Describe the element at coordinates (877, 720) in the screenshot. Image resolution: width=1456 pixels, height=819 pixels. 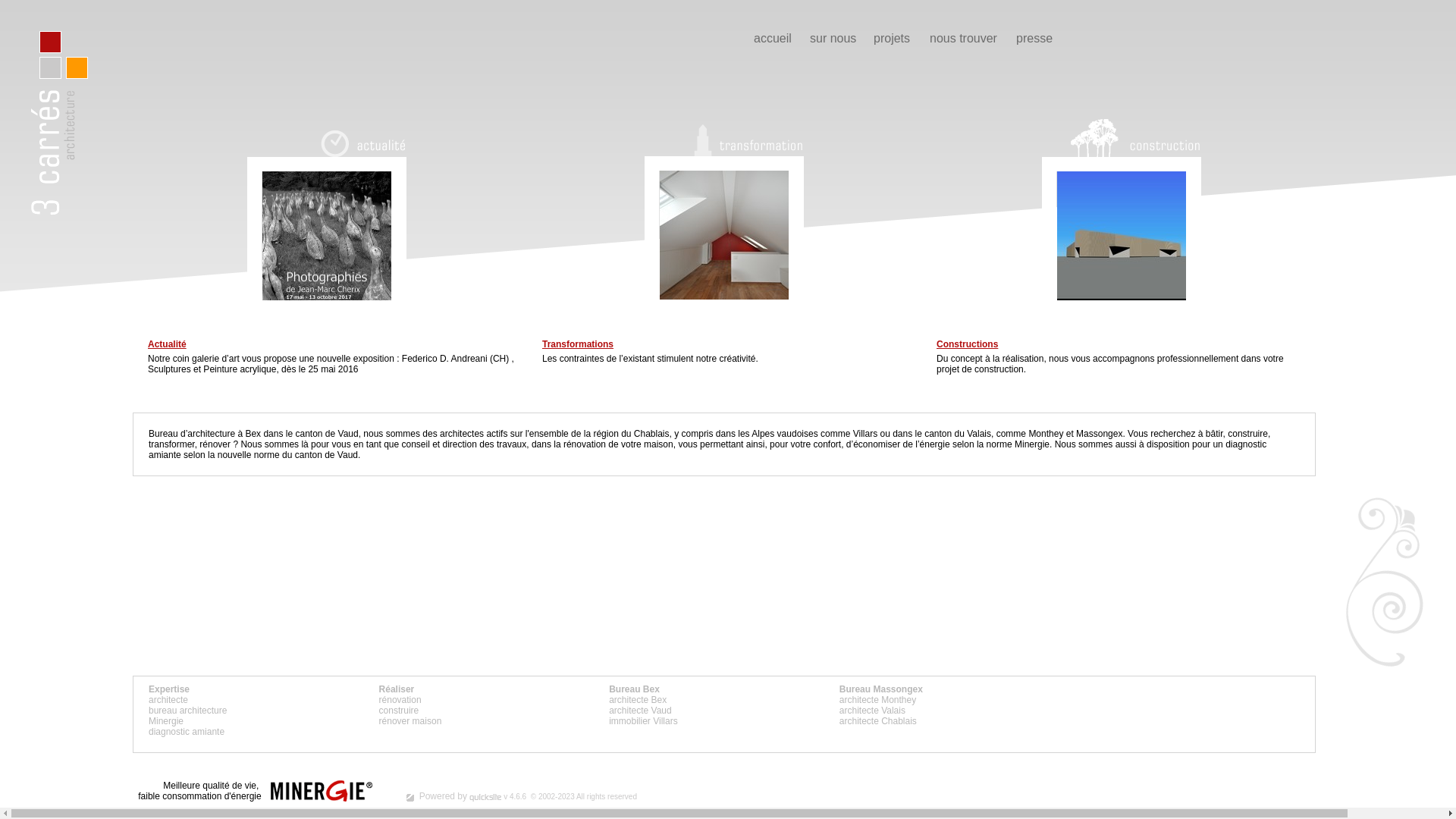
I see `'architecte Chablais'` at that location.